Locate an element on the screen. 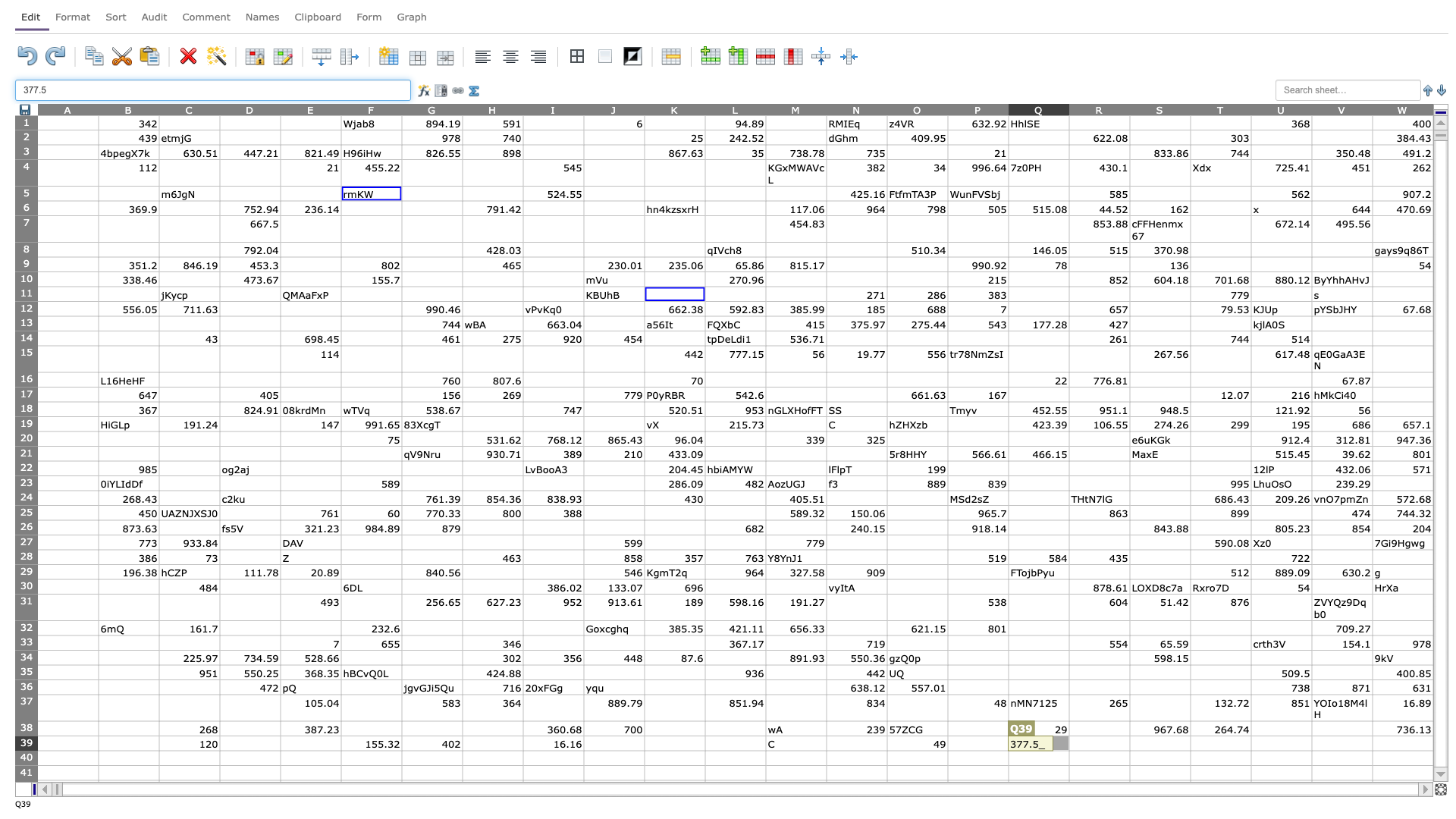  left edge of cell U39 is located at coordinates (1251, 742).